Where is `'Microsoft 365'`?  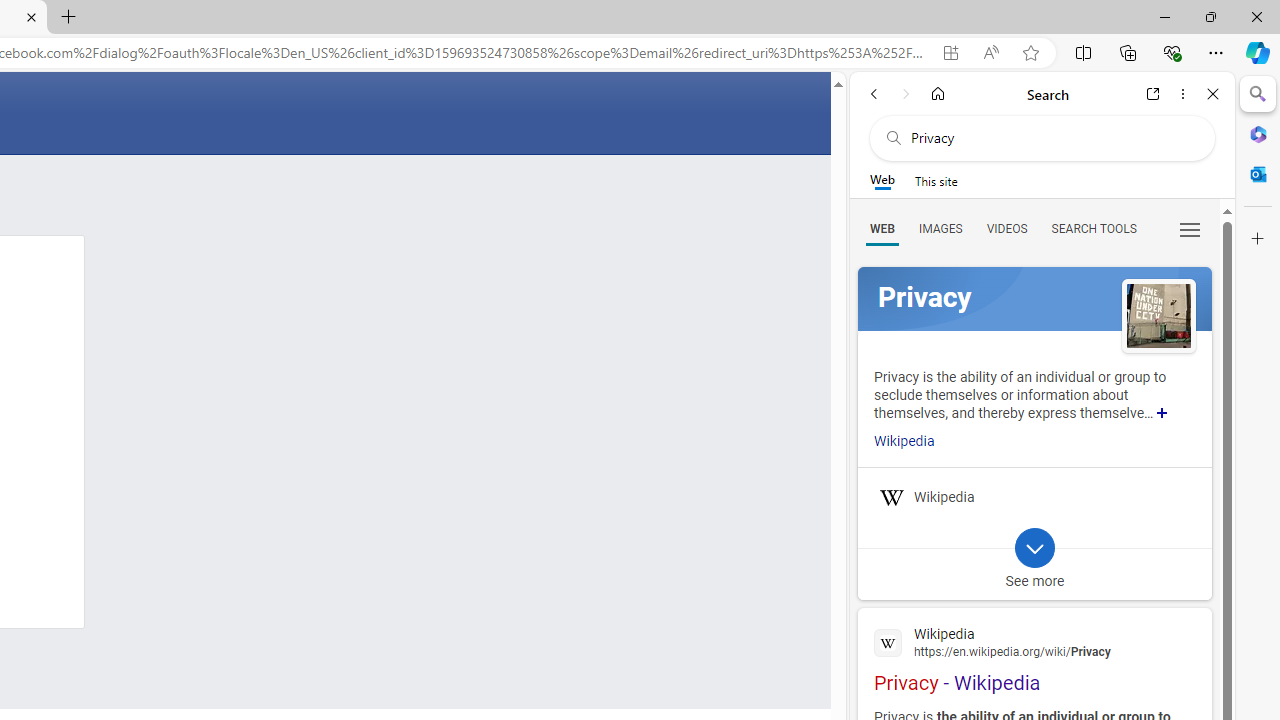 'Microsoft 365' is located at coordinates (1257, 133).